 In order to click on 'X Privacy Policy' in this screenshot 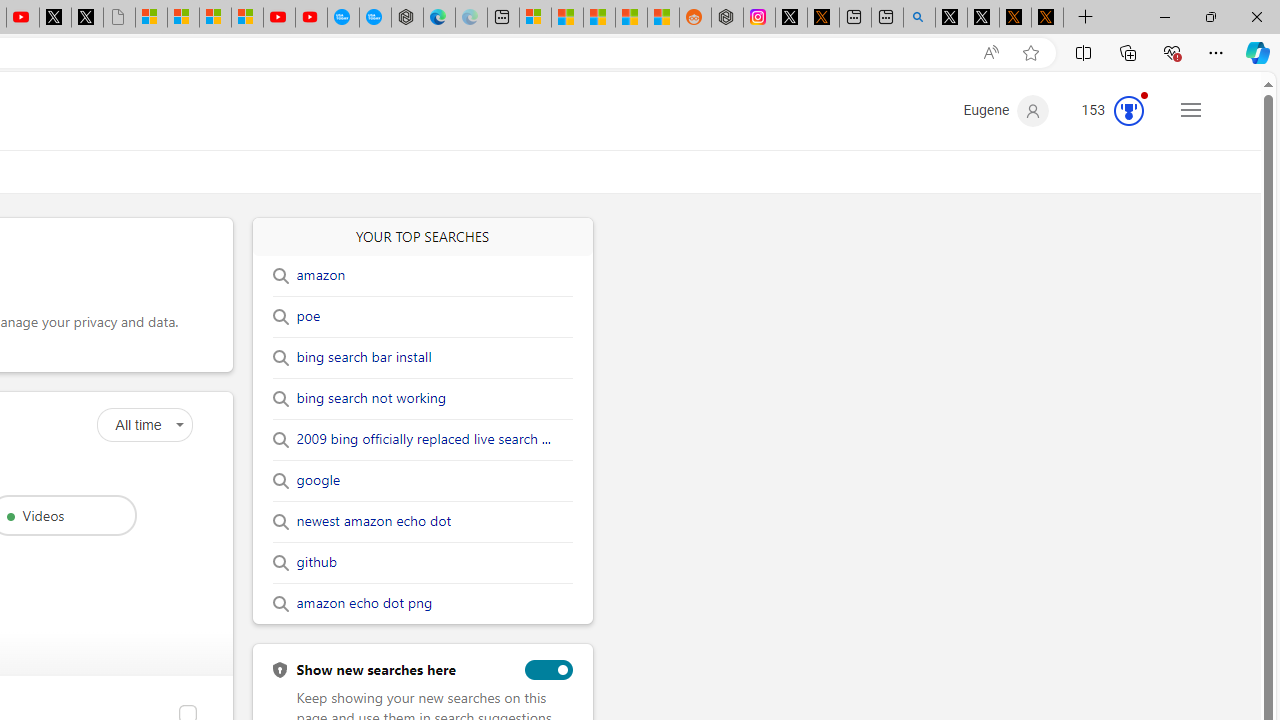, I will do `click(1046, 17)`.